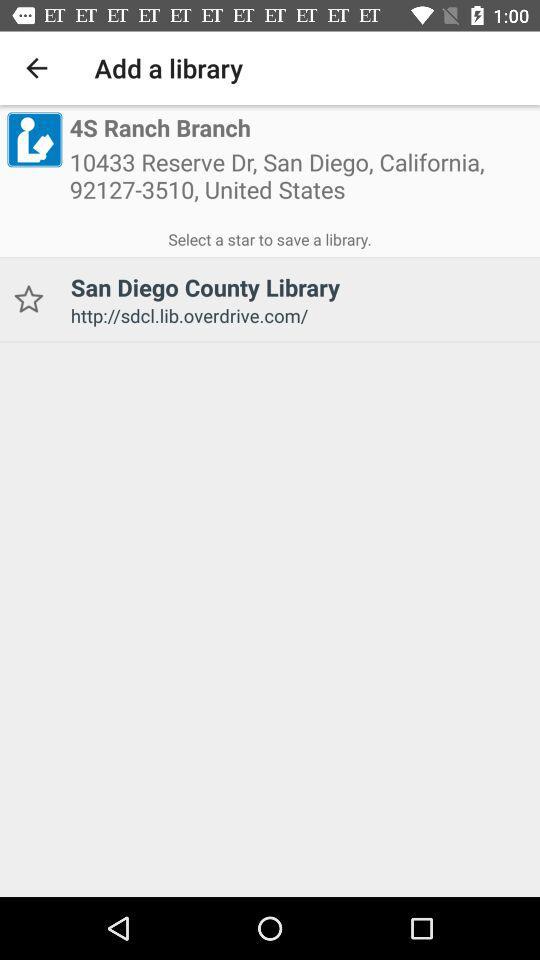 Image resolution: width=540 pixels, height=960 pixels. What do you see at coordinates (159, 128) in the screenshot?
I see `the 4s ranch branch` at bounding box center [159, 128].